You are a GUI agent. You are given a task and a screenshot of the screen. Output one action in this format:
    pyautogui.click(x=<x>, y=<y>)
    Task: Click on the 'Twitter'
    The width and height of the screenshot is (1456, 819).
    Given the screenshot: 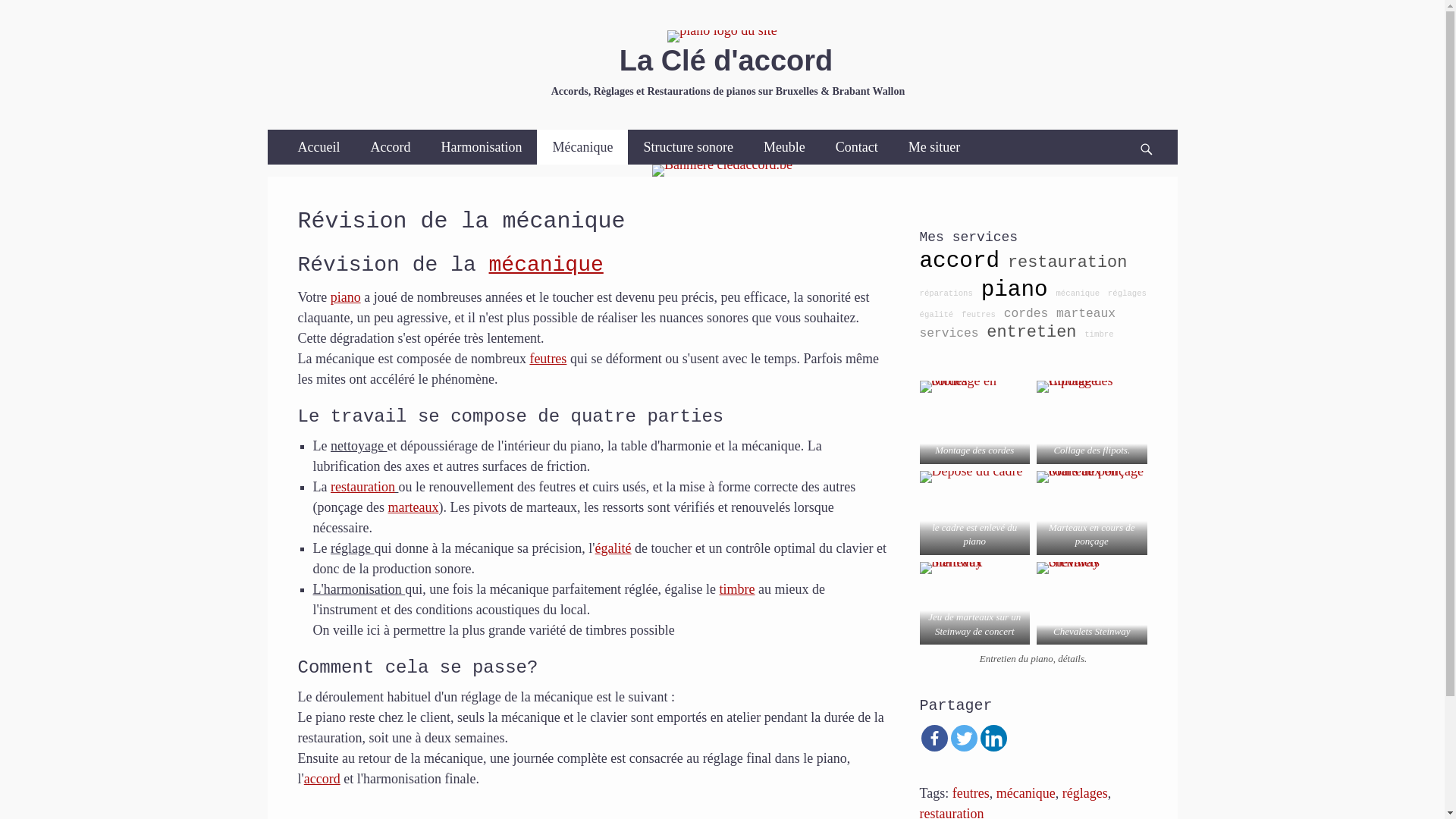 What is the action you would take?
    pyautogui.click(x=963, y=737)
    